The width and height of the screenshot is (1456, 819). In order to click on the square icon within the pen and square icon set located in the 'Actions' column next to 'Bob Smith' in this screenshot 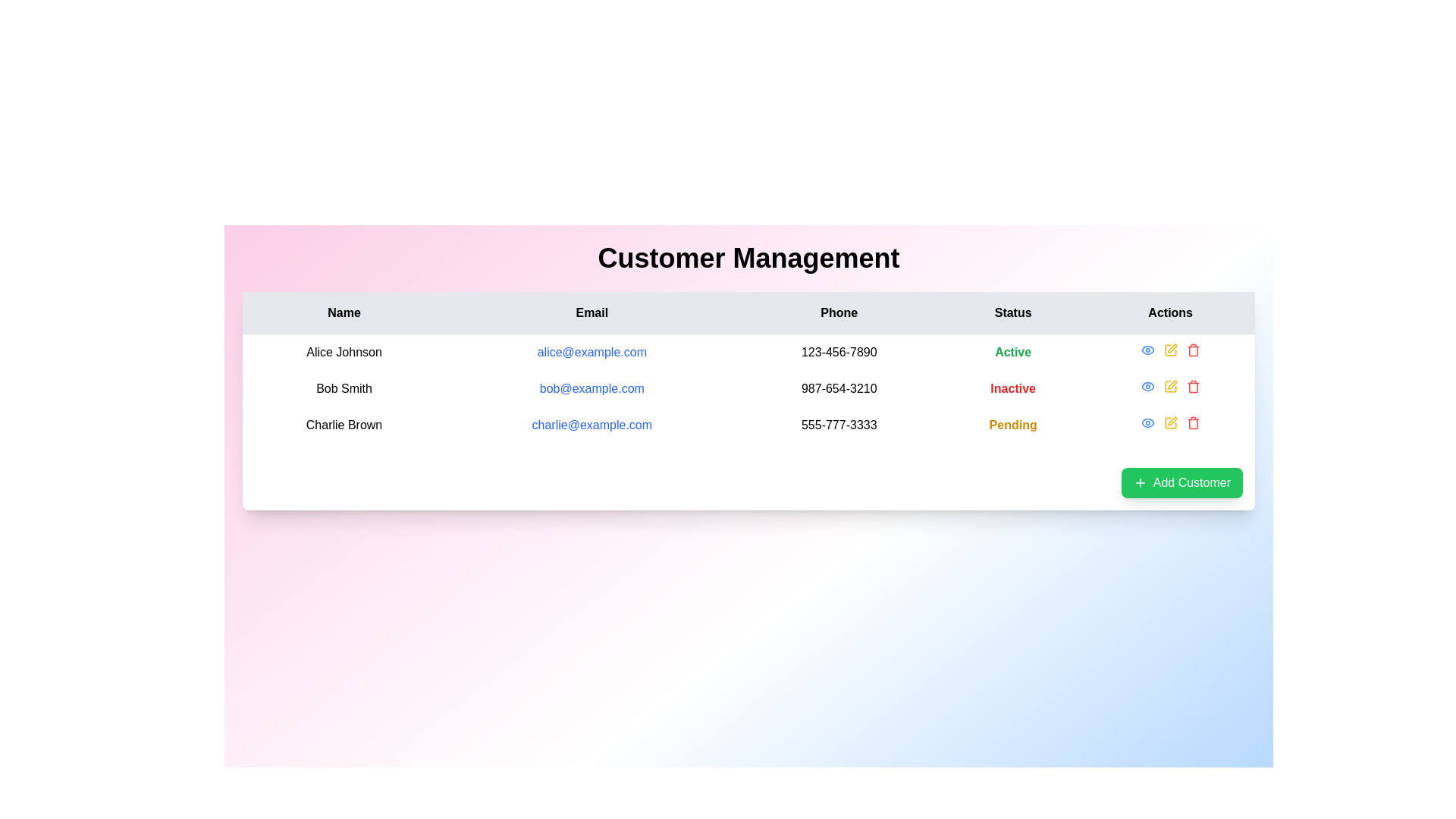, I will do `click(1169, 350)`.